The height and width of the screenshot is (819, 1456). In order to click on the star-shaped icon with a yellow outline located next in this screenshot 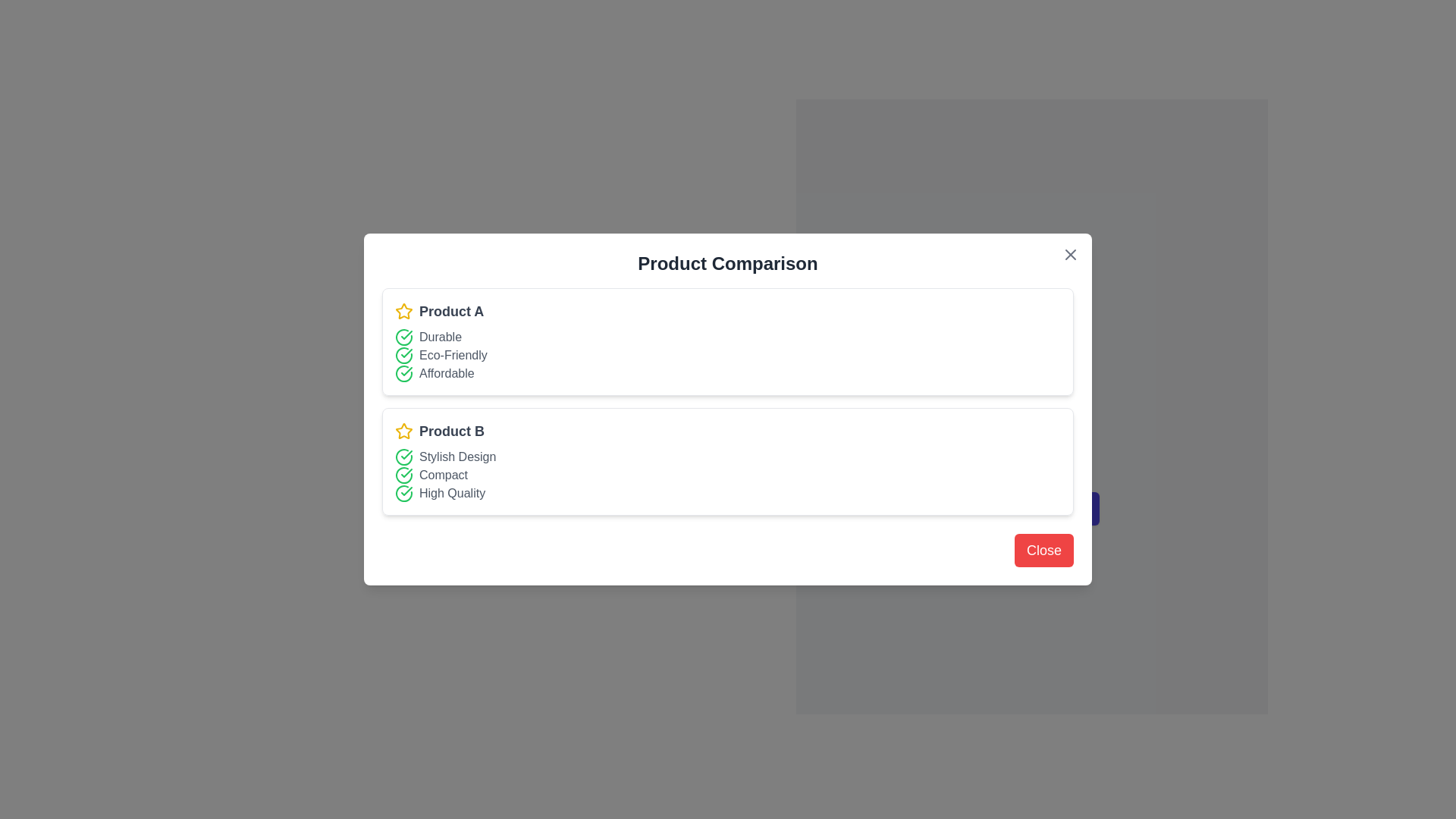, I will do `click(403, 431)`.